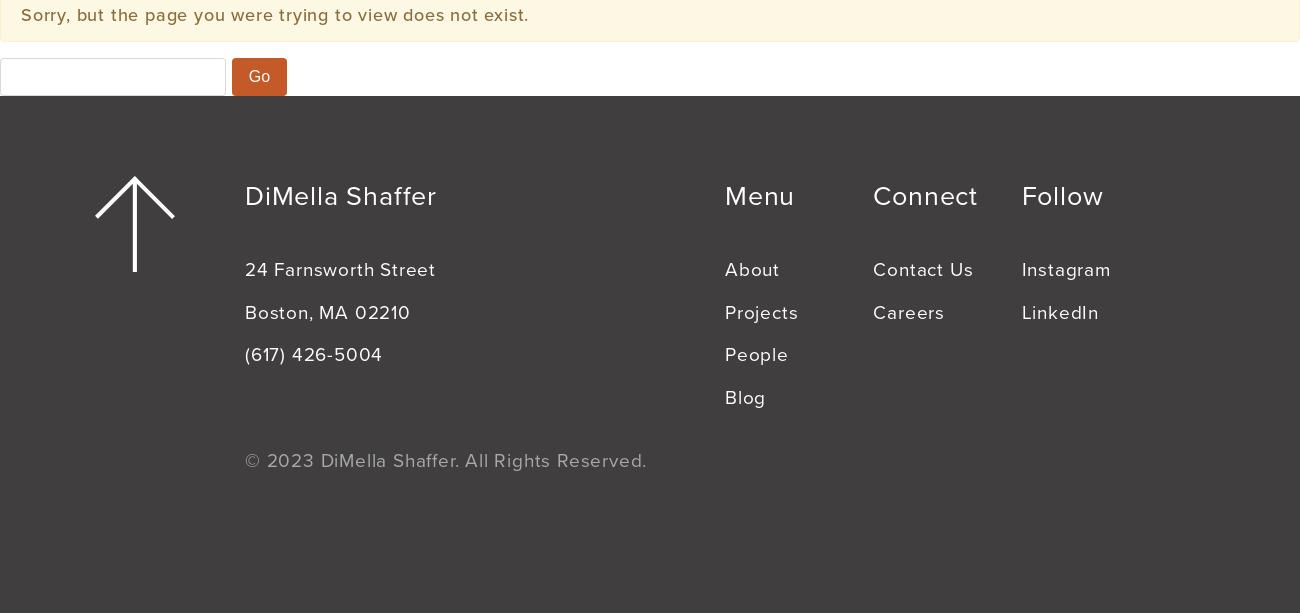  What do you see at coordinates (756, 353) in the screenshot?
I see `'People'` at bounding box center [756, 353].